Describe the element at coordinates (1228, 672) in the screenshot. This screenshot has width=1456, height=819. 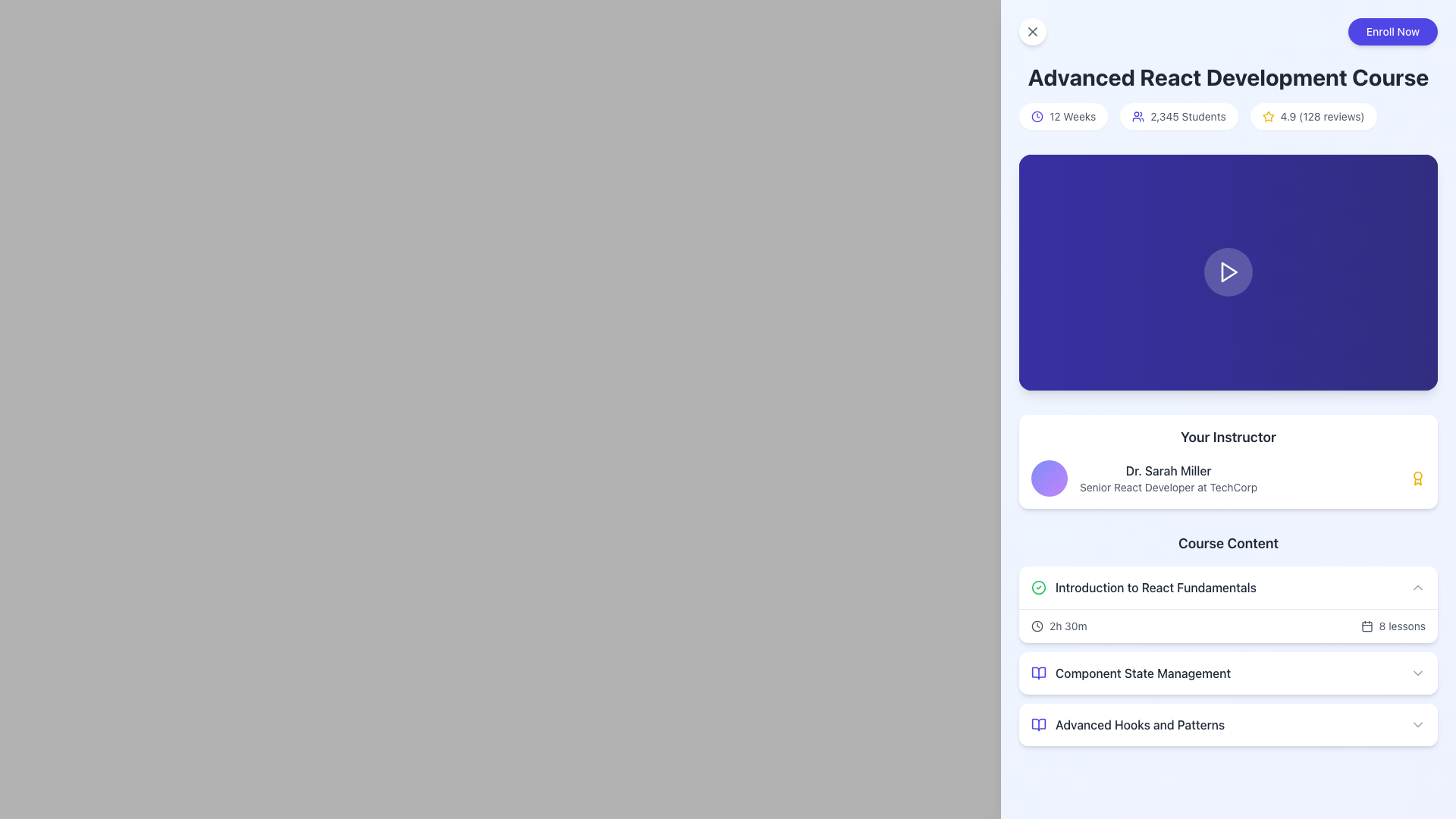
I see `the second item in the 'Course Content' section, which represents a course module in the course outline, to receive interaction feedback` at that location.